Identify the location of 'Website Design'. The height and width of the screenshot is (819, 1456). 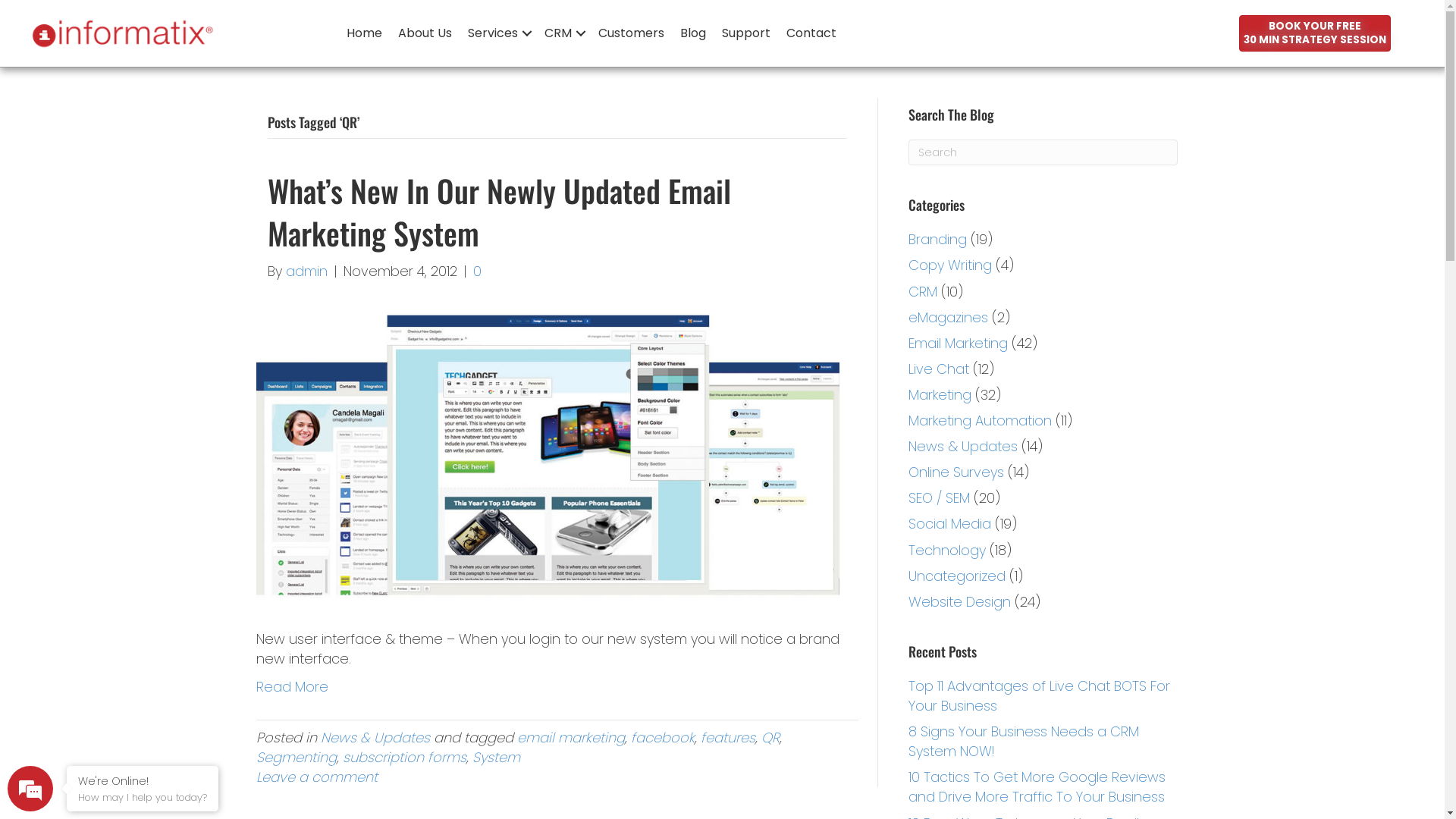
(959, 601).